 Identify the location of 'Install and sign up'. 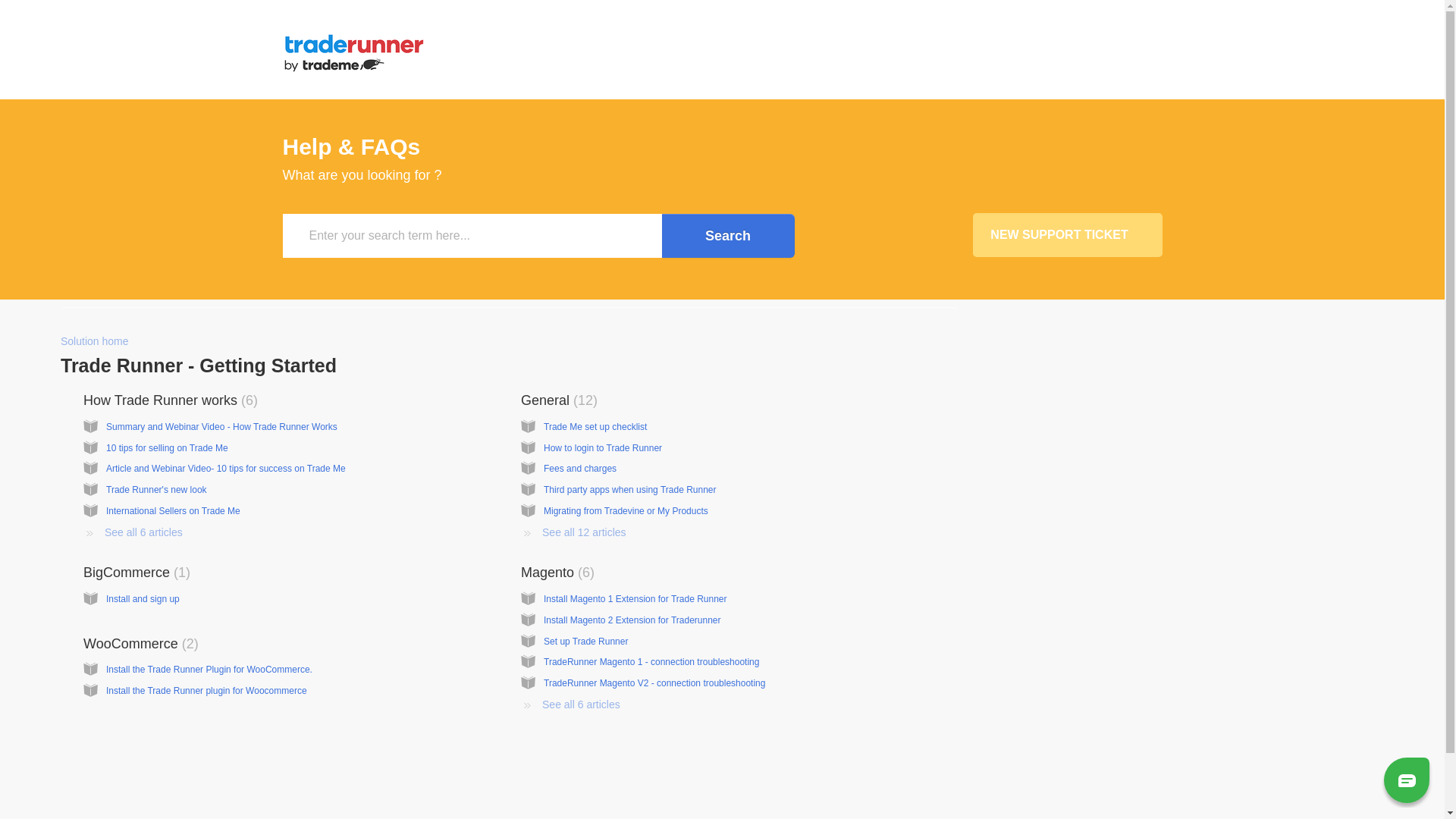
(143, 598).